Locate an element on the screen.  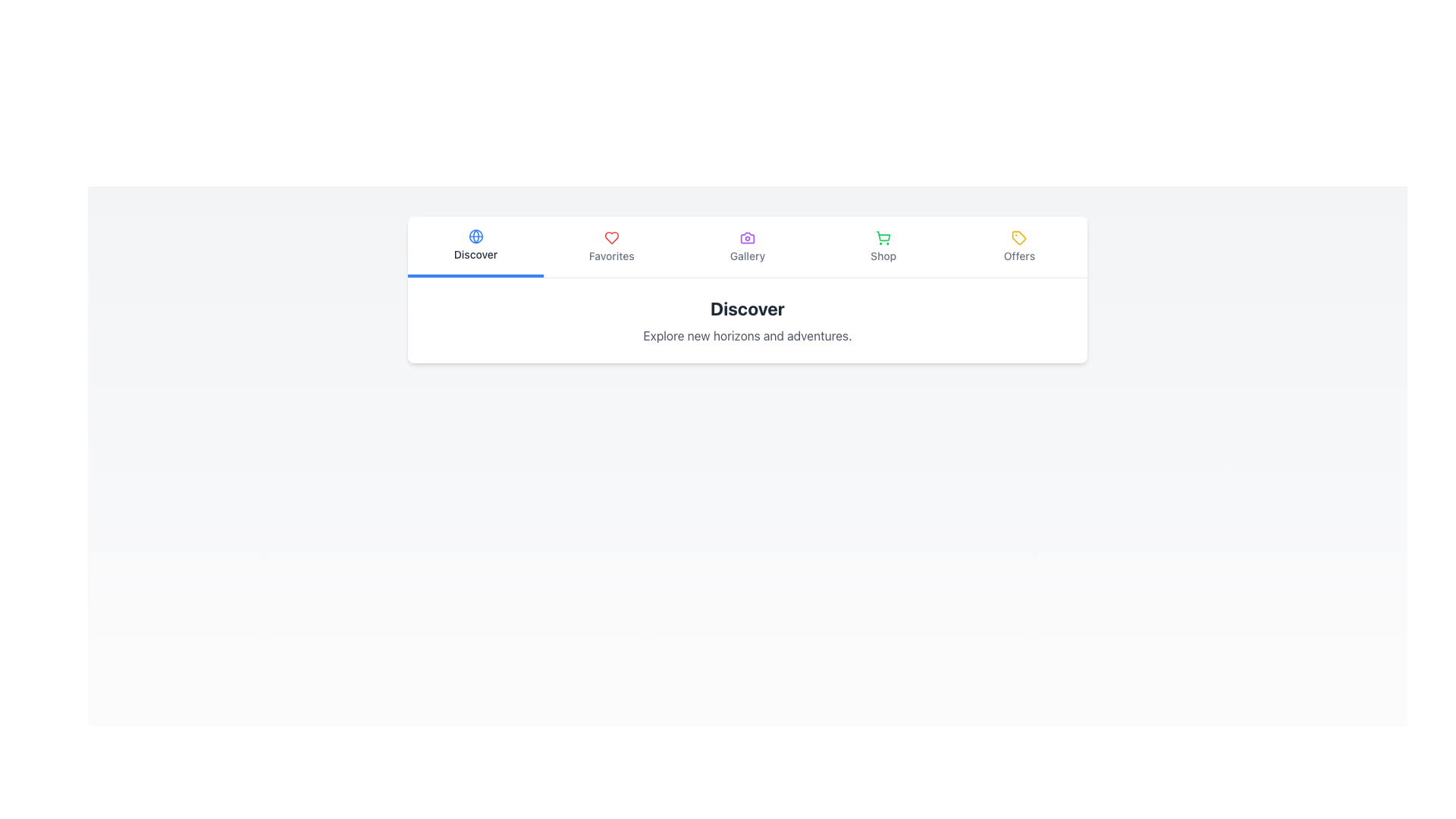
the green shopping cart icon located in the 'Shop' section of the navigation menu, which is centered horizontally between the 'Gallery' and 'Offers' tabs is located at coordinates (883, 236).